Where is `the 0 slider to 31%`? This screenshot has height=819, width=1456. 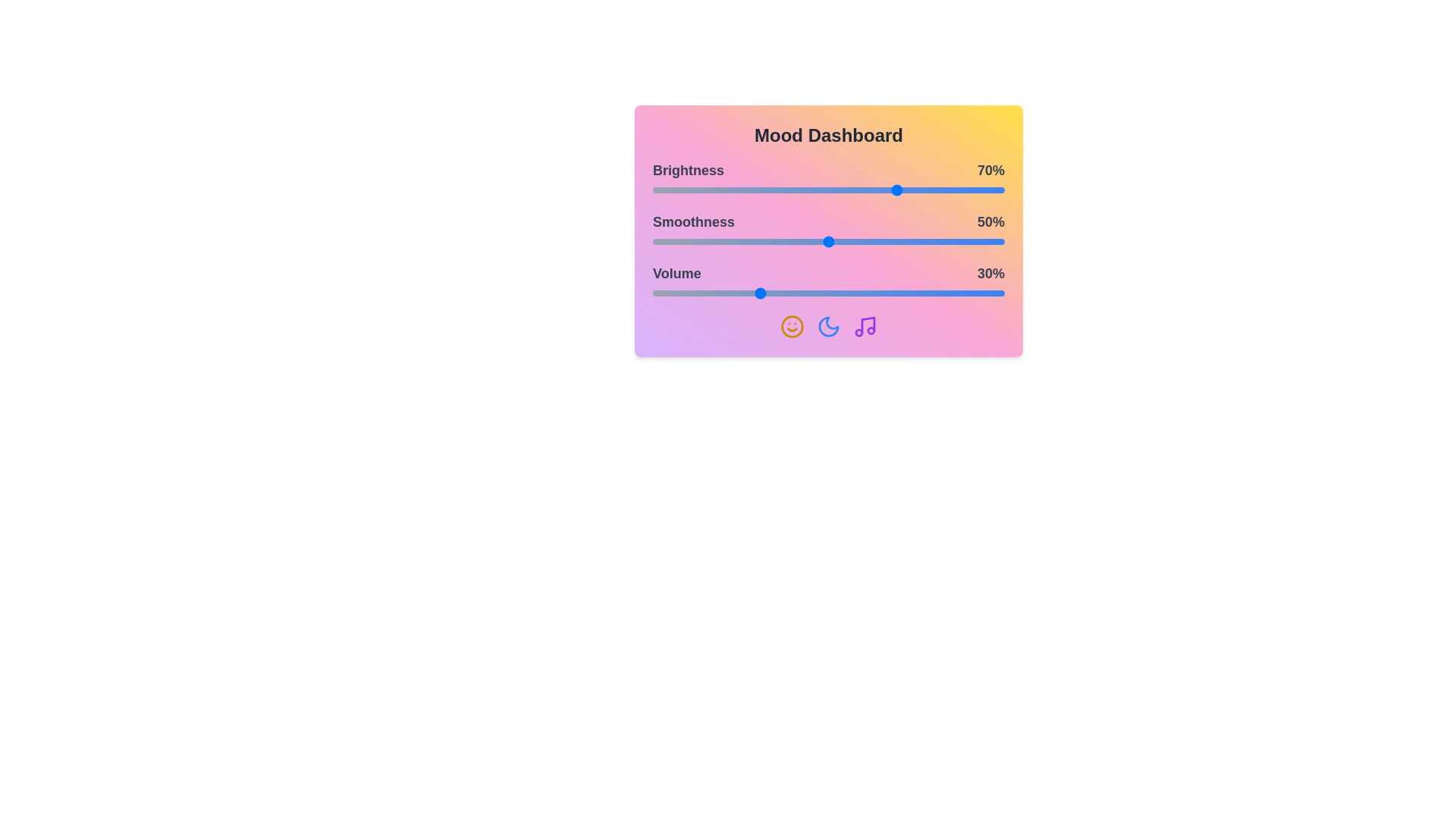
the 0 slider to 31% is located at coordinates (761, 189).